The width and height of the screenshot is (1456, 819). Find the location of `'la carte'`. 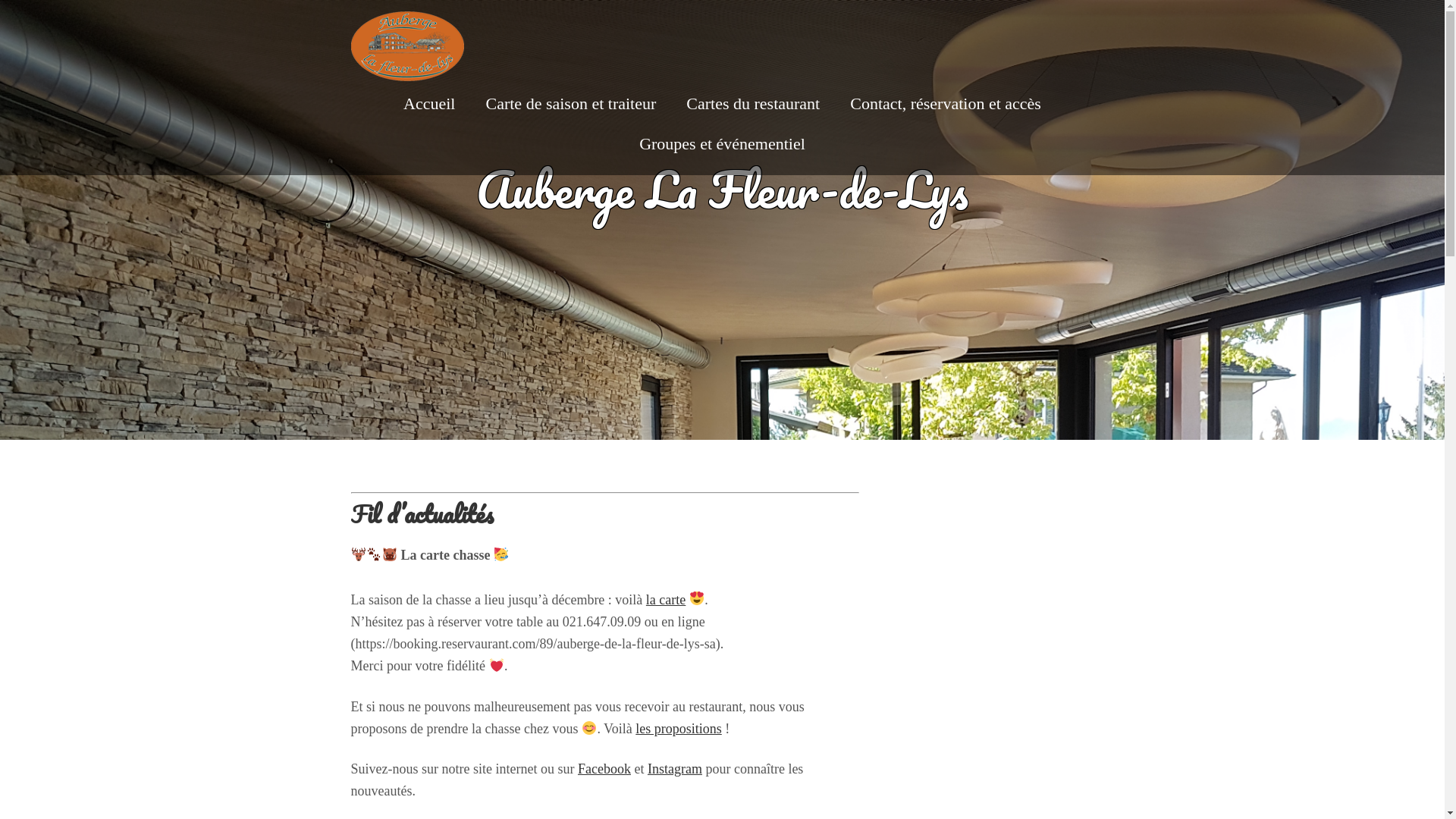

'la carte' is located at coordinates (666, 598).